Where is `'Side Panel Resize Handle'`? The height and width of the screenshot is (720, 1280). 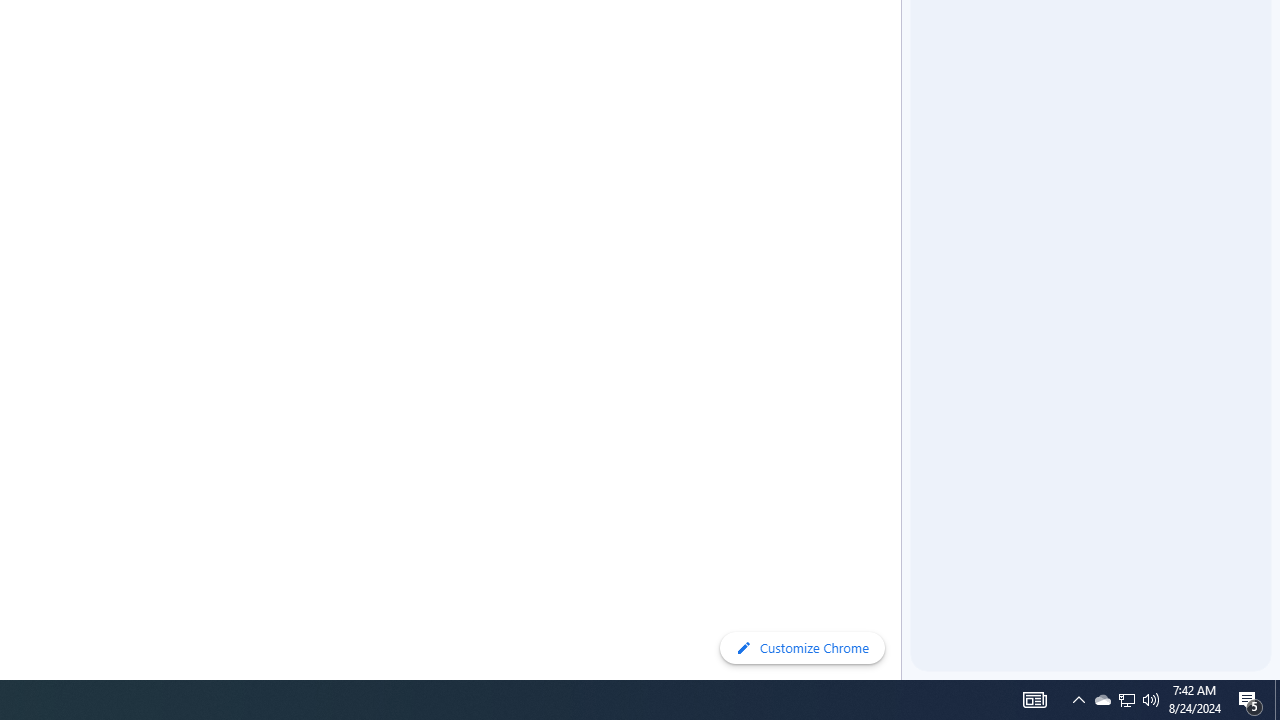 'Side Panel Resize Handle' is located at coordinates (904, 39).